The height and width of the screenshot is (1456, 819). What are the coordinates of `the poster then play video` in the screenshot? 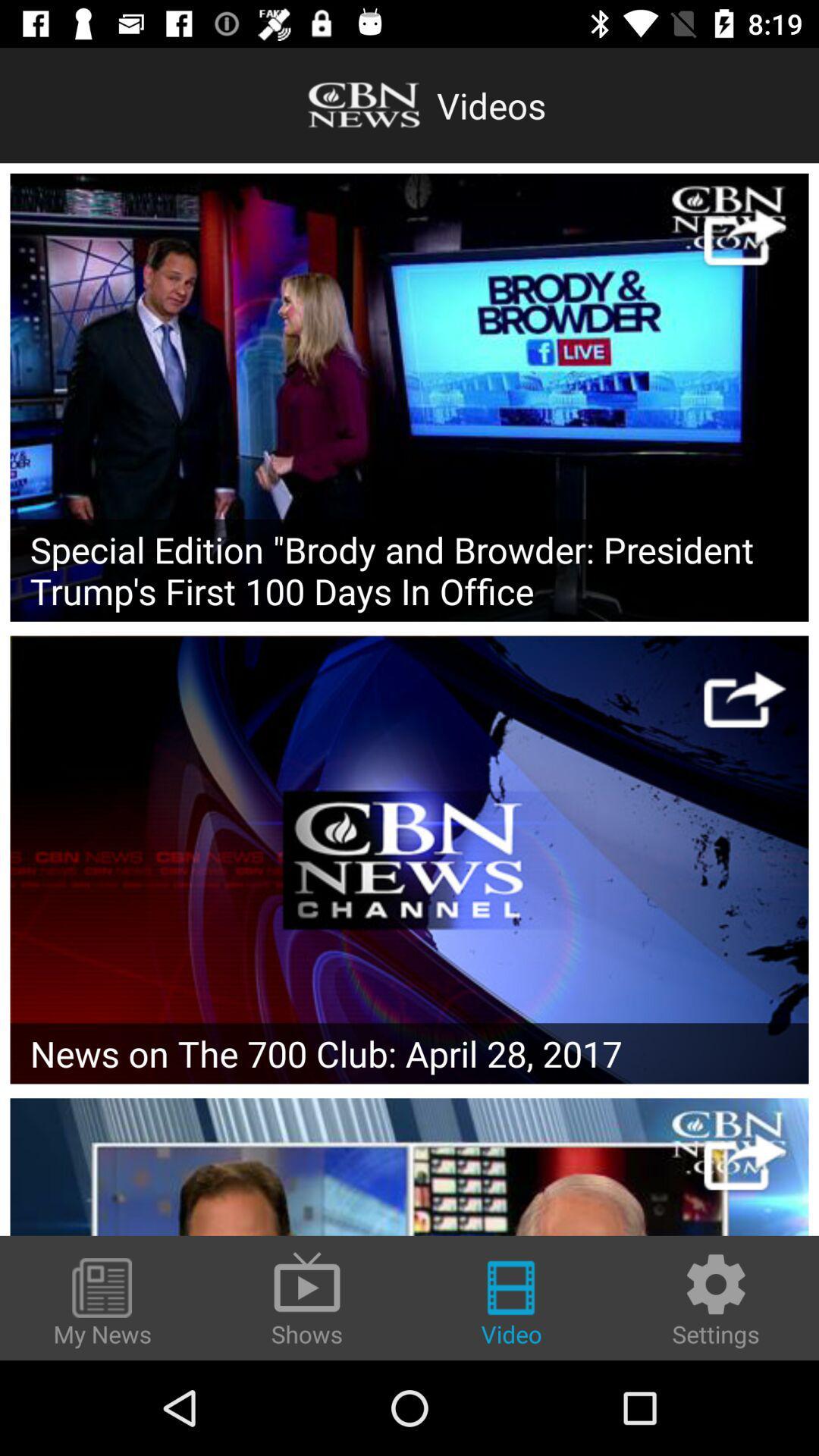 It's located at (409, 397).